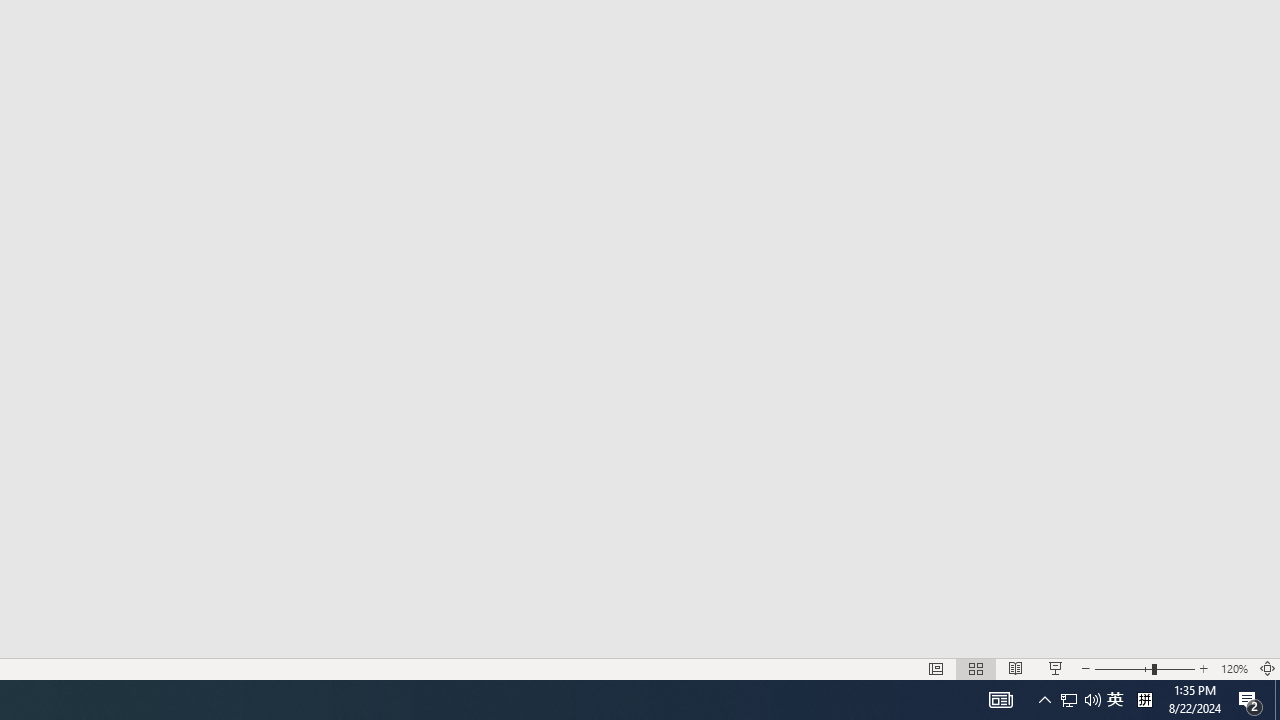 The width and height of the screenshot is (1280, 720). I want to click on 'Zoom to Fit ', so click(1266, 669).